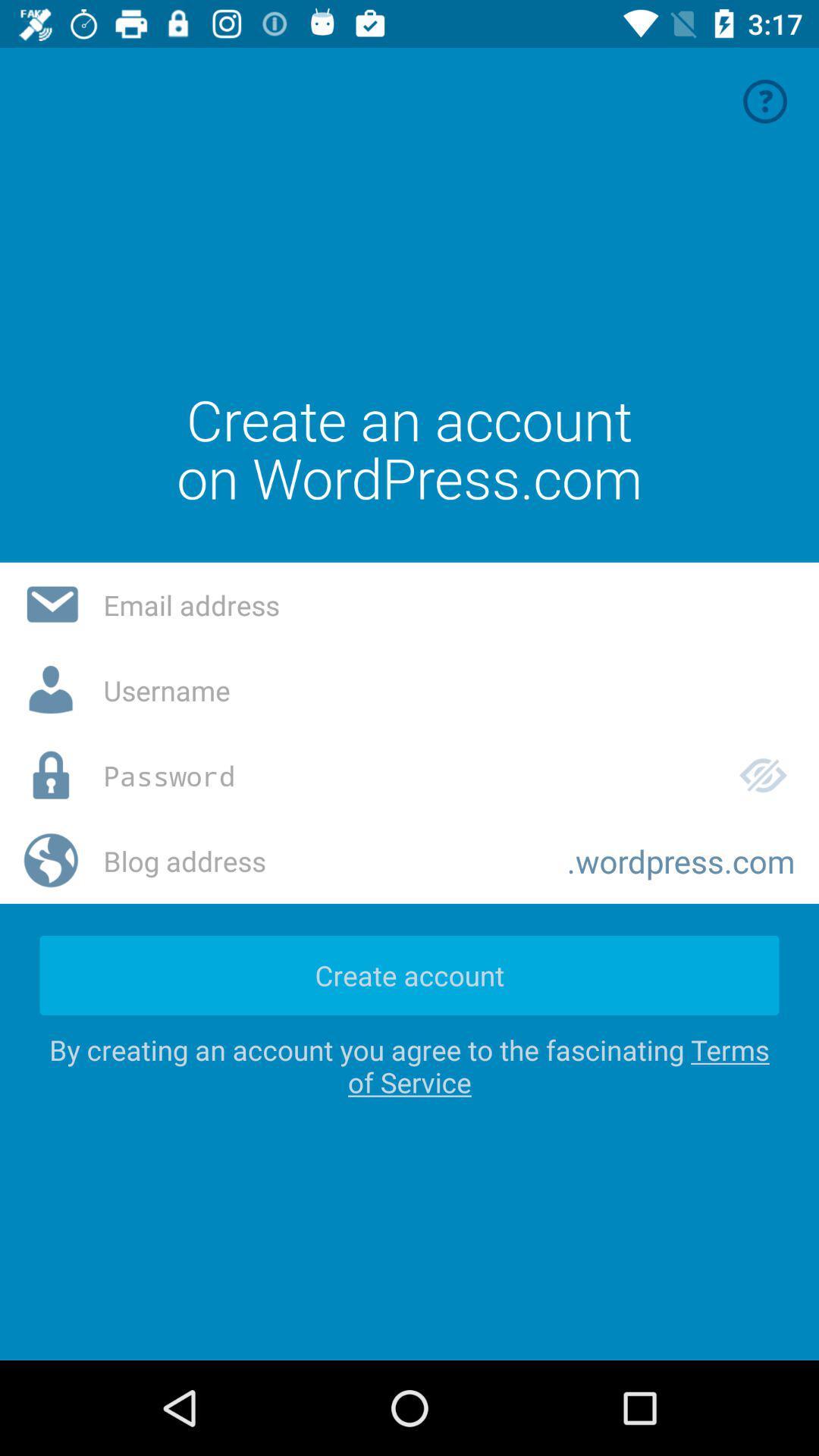  I want to click on open text box for email address, so click(448, 604).